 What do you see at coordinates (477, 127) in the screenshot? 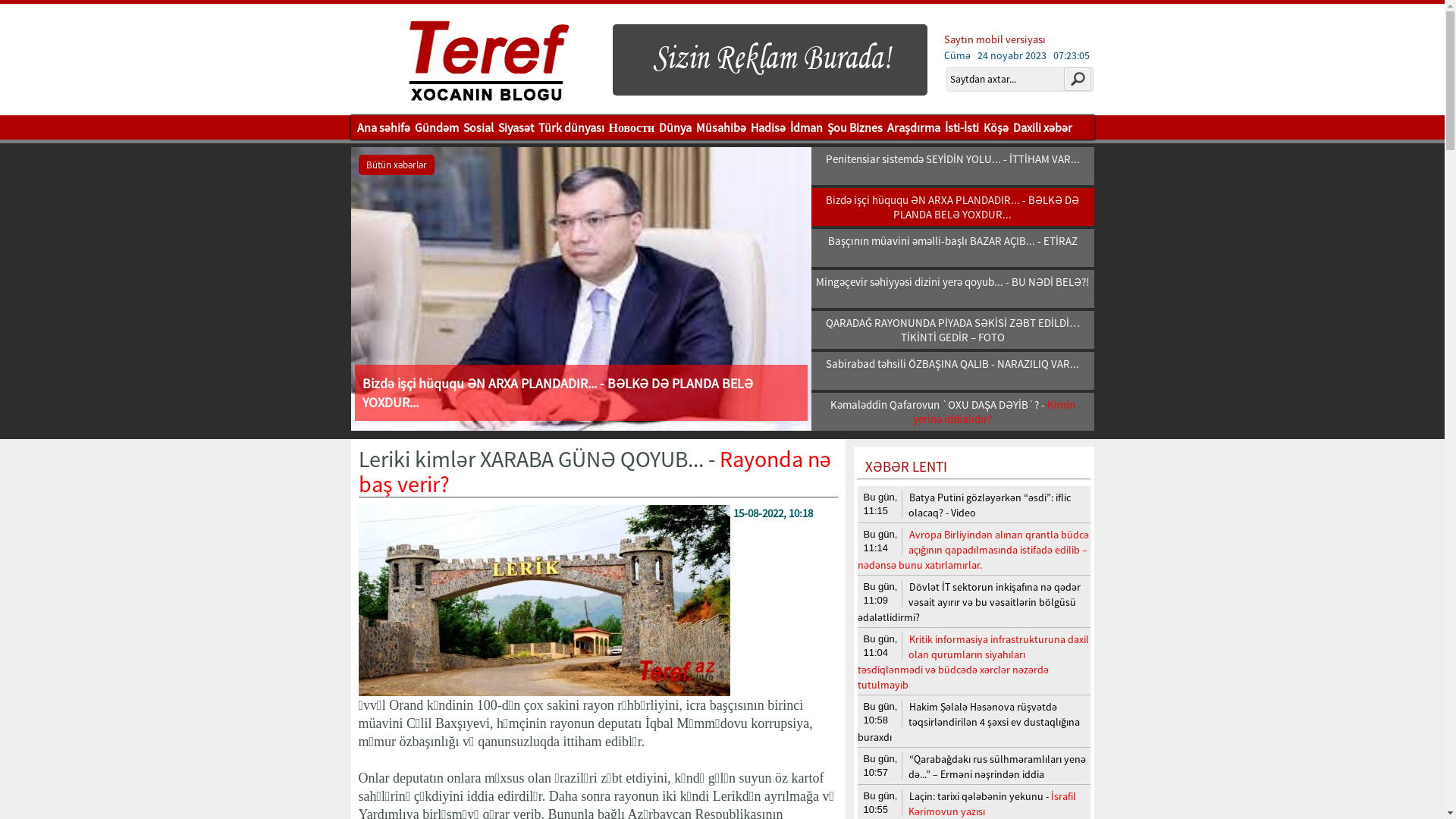
I see `'Sosial'` at bounding box center [477, 127].